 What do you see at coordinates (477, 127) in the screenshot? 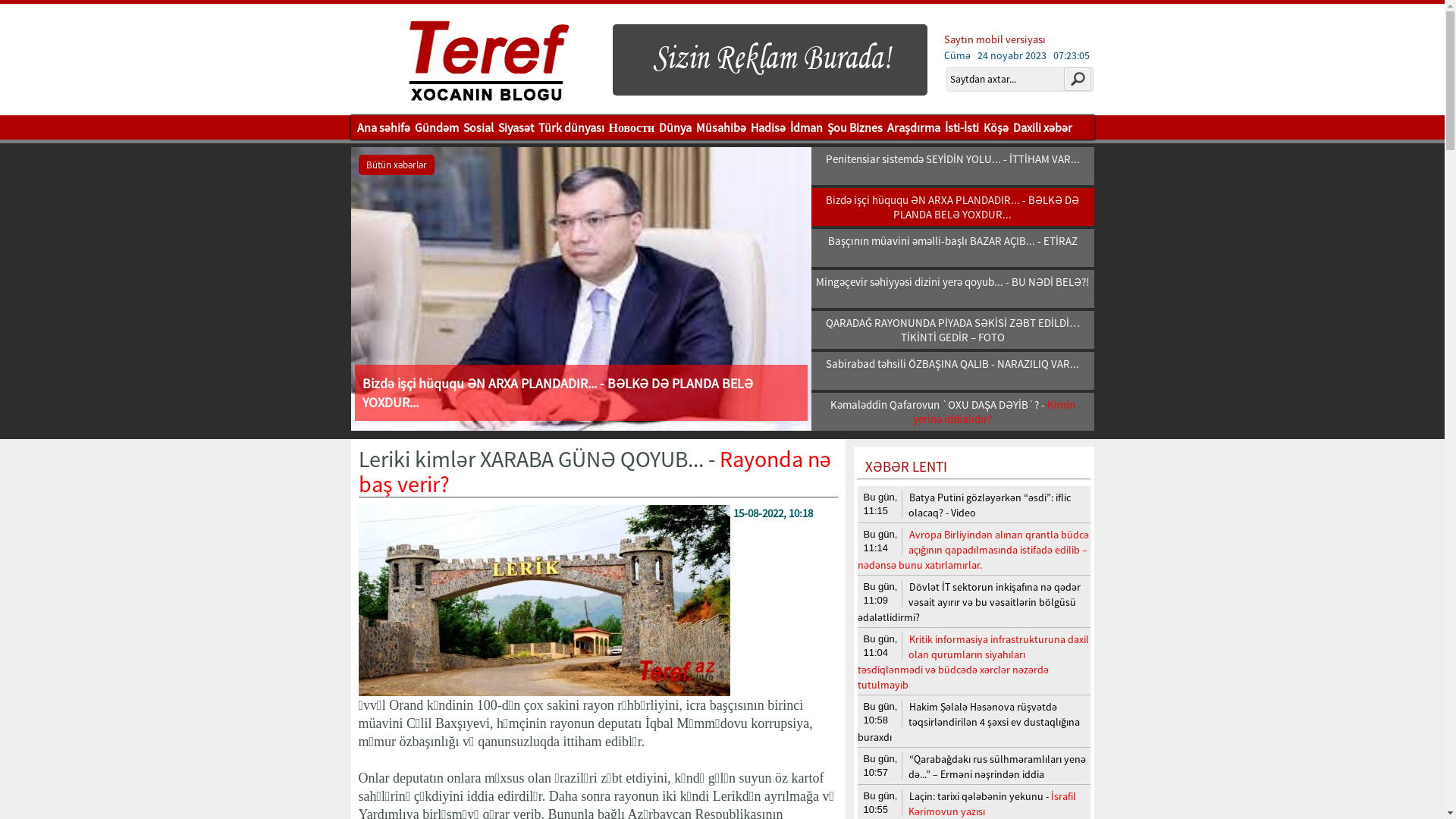
I see `'Sosial'` at bounding box center [477, 127].